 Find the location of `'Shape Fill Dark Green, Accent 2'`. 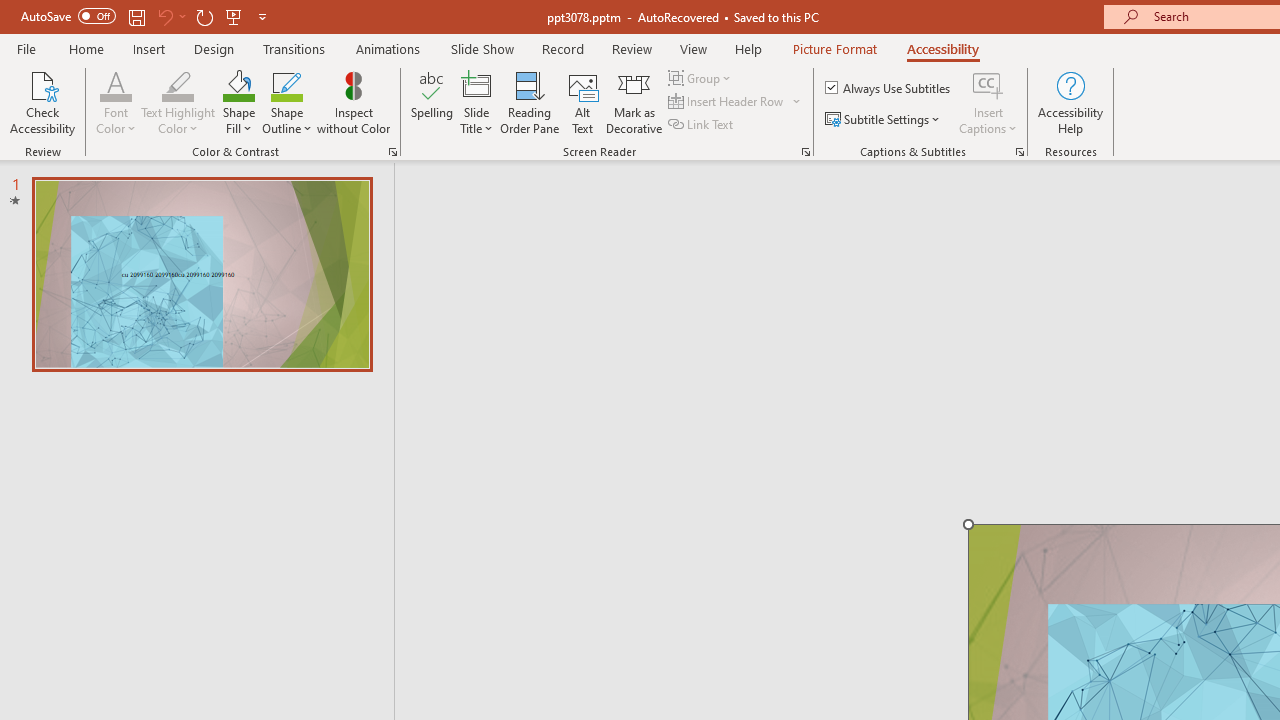

'Shape Fill Dark Green, Accent 2' is located at coordinates (238, 84).